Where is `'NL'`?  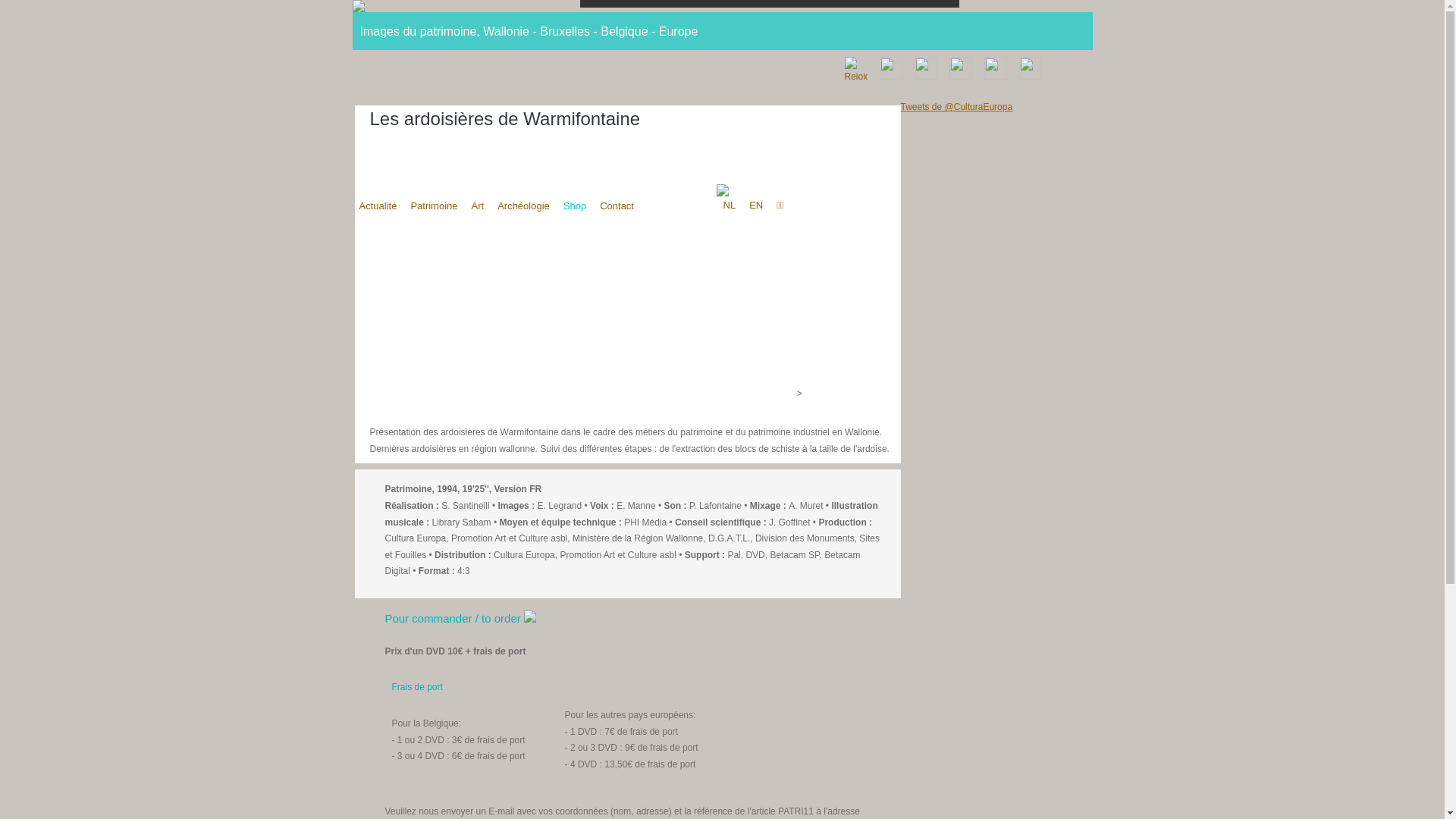 'NL' is located at coordinates (729, 205).